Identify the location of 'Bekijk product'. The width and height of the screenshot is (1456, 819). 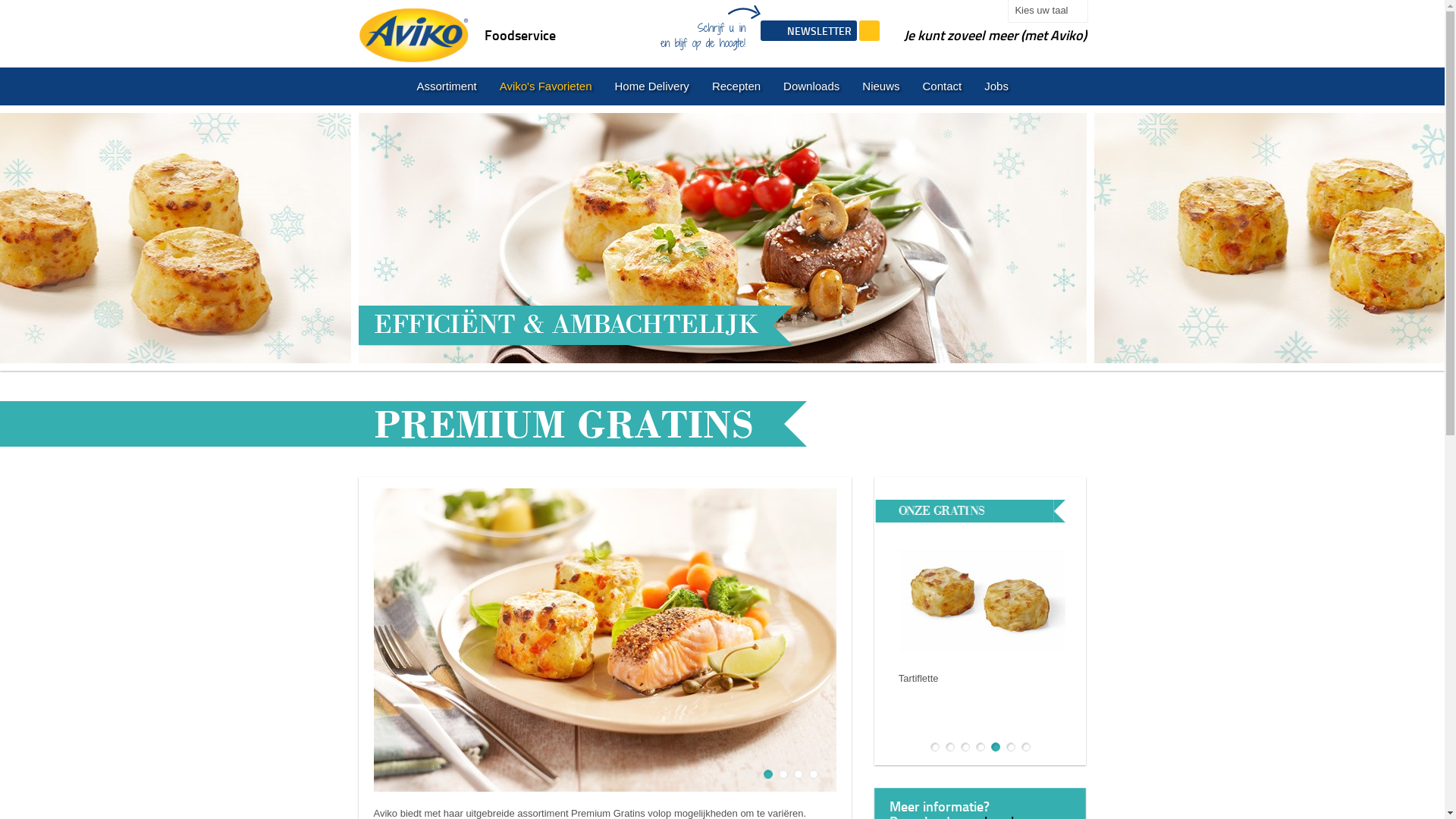
(948, 711).